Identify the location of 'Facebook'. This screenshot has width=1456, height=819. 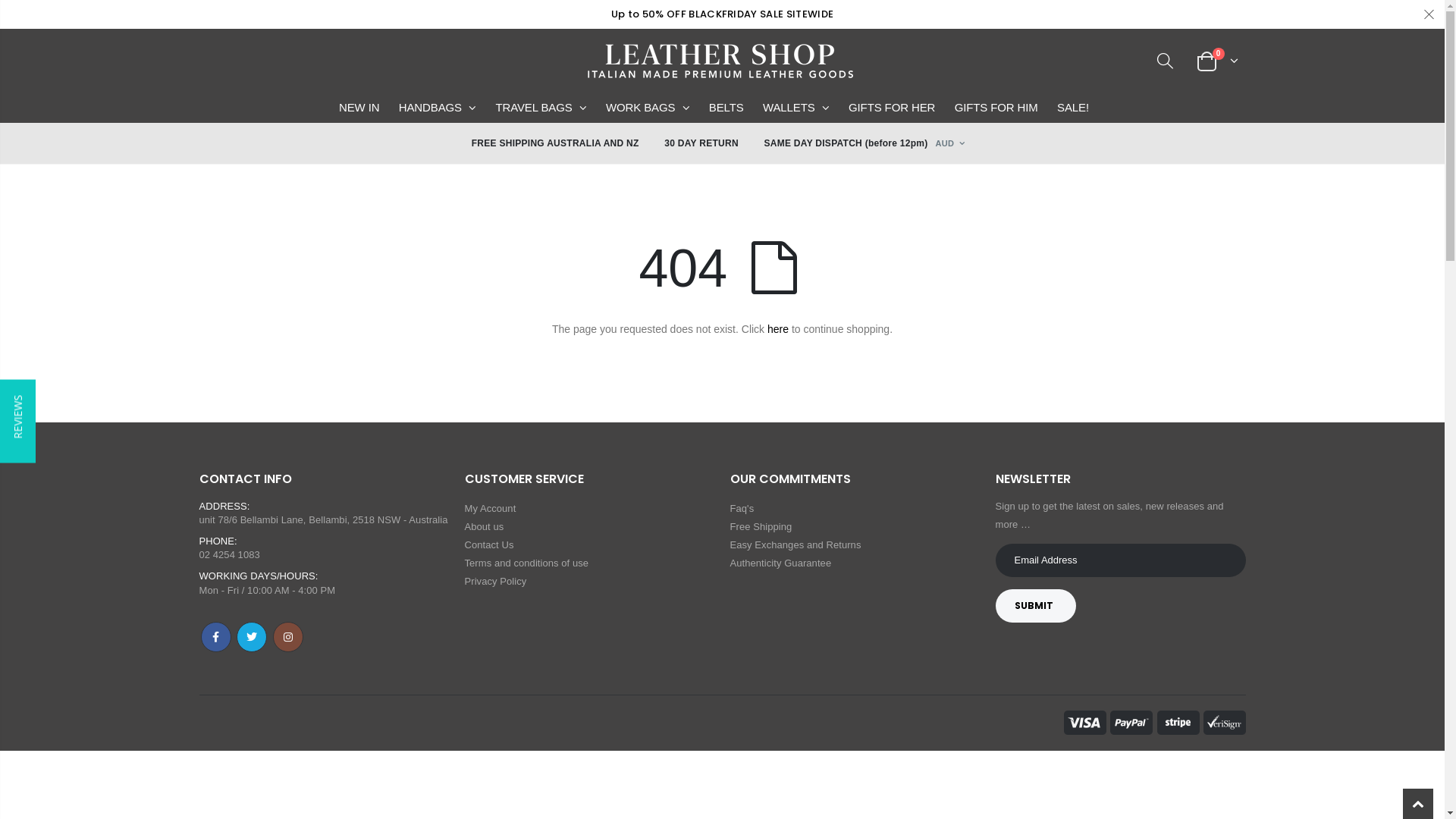
(214, 637).